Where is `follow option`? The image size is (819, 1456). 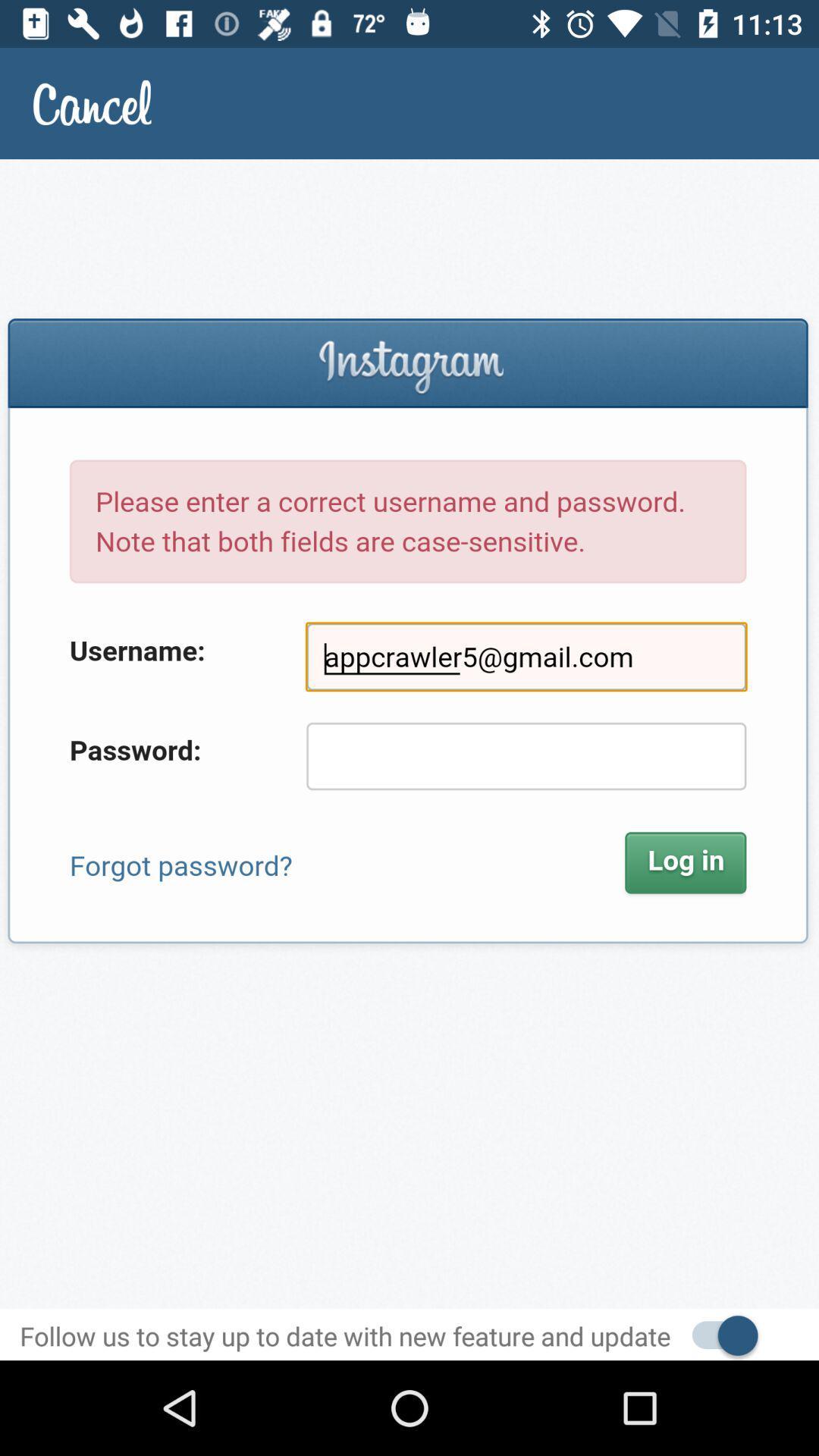 follow option is located at coordinates (717, 1333).